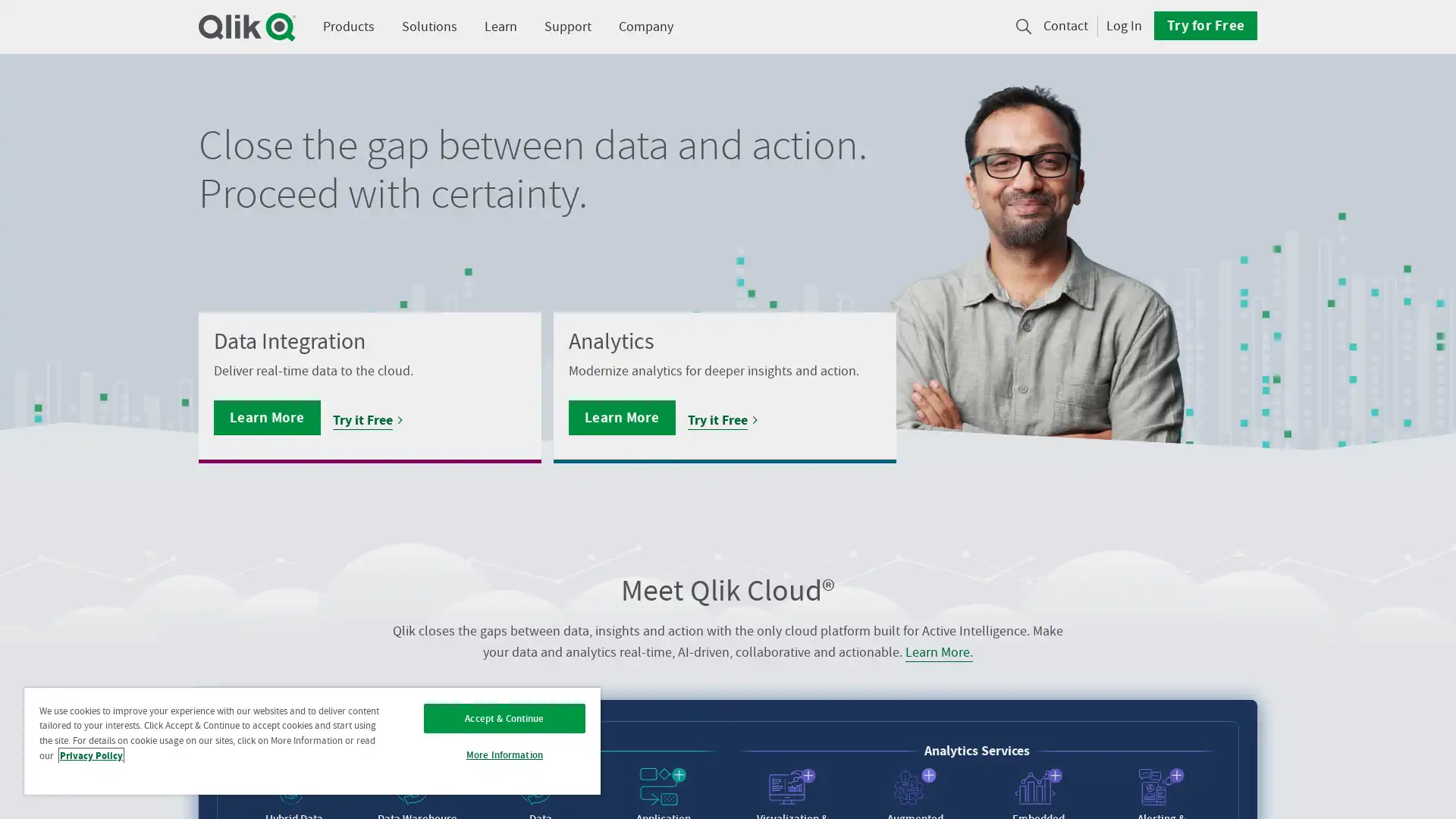 The height and width of the screenshot is (819, 1456). Describe the element at coordinates (504, 755) in the screenshot. I see `More Information` at that location.